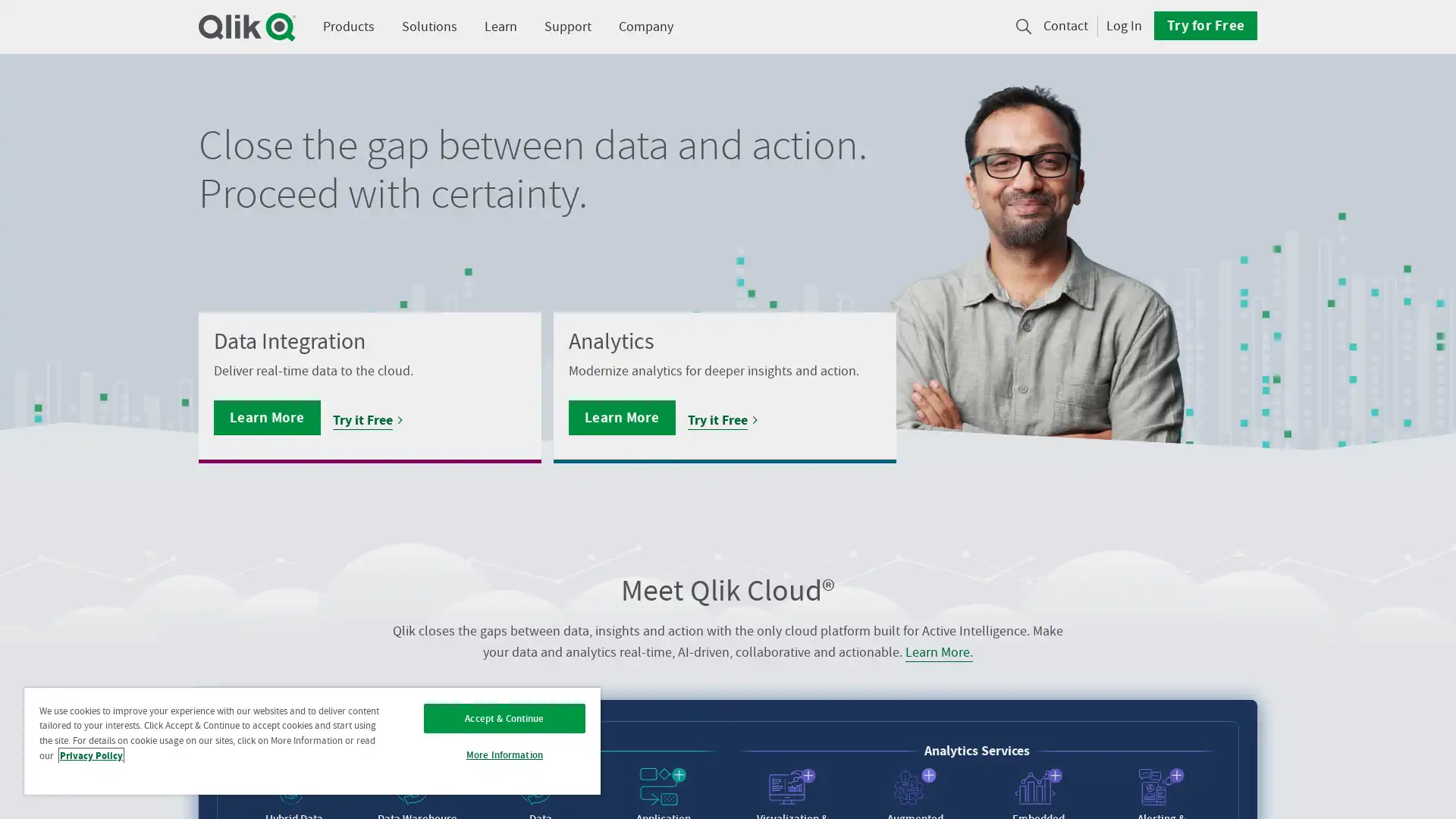 The height and width of the screenshot is (819, 1456). Describe the element at coordinates (504, 755) in the screenshot. I see `More Information` at that location.